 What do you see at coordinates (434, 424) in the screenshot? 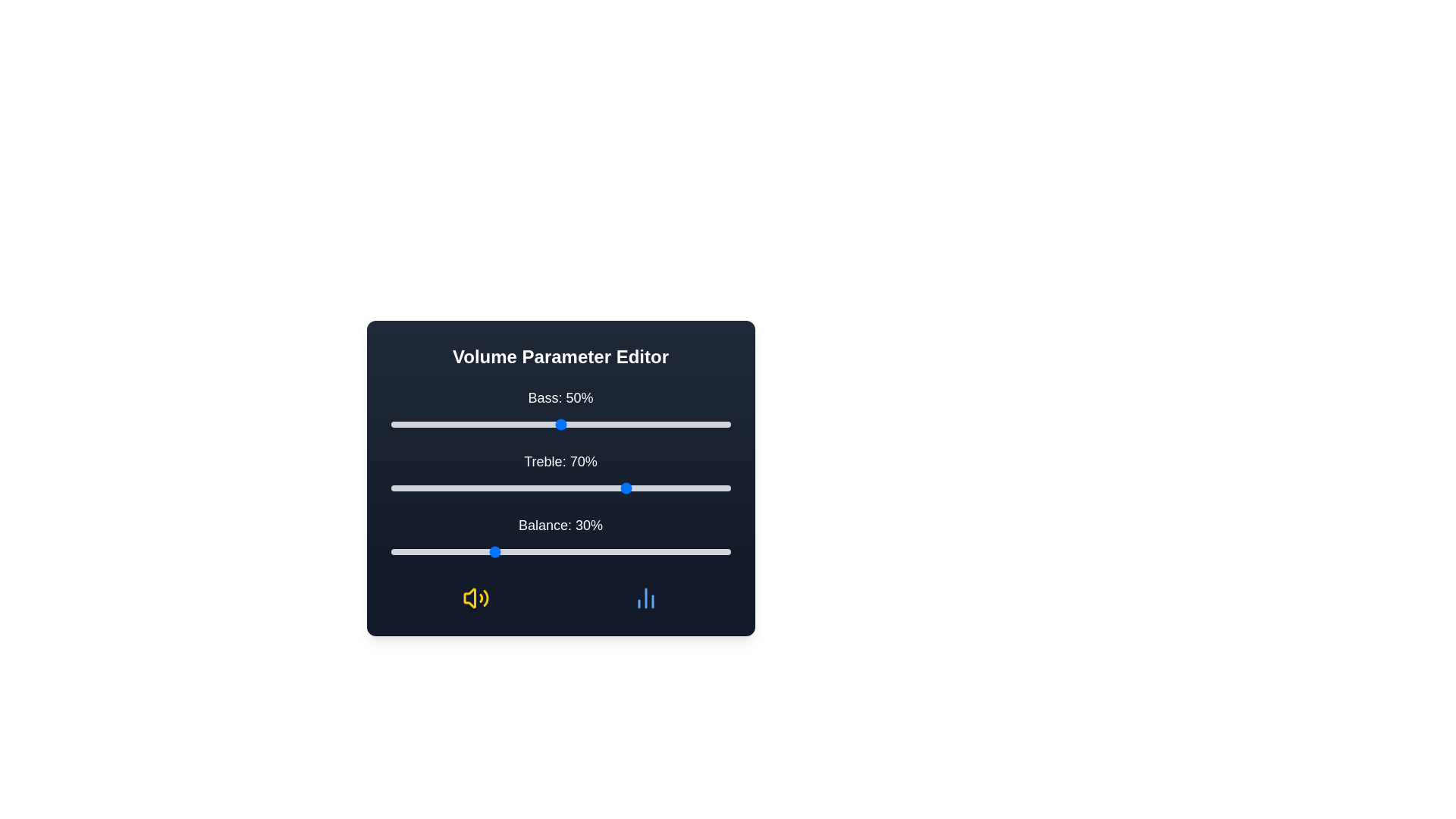
I see `the 0 slider to a value of 13%` at bounding box center [434, 424].